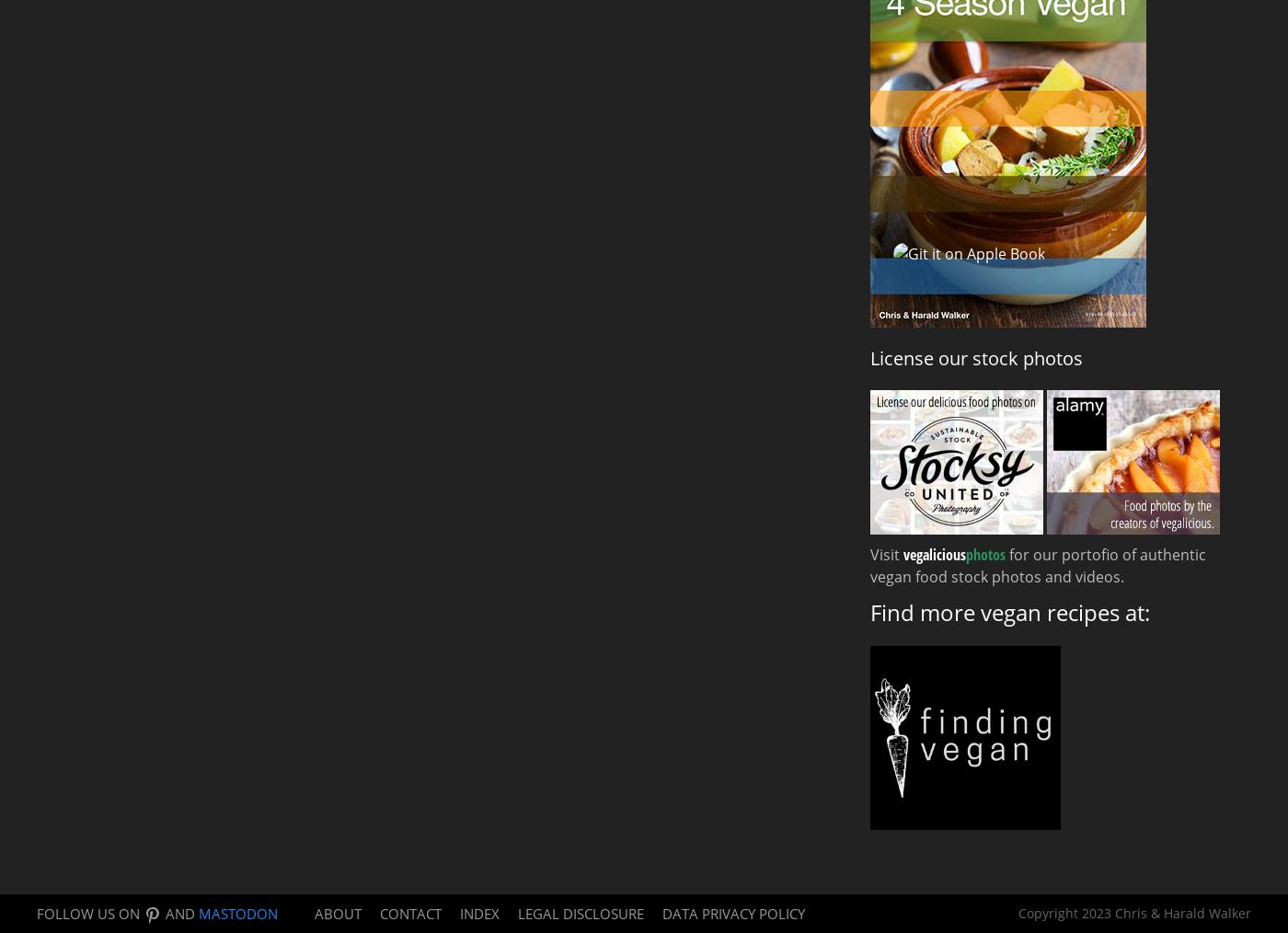 The width and height of the screenshot is (1288, 933). Describe the element at coordinates (238, 912) in the screenshot. I see `'Mastodon'` at that location.